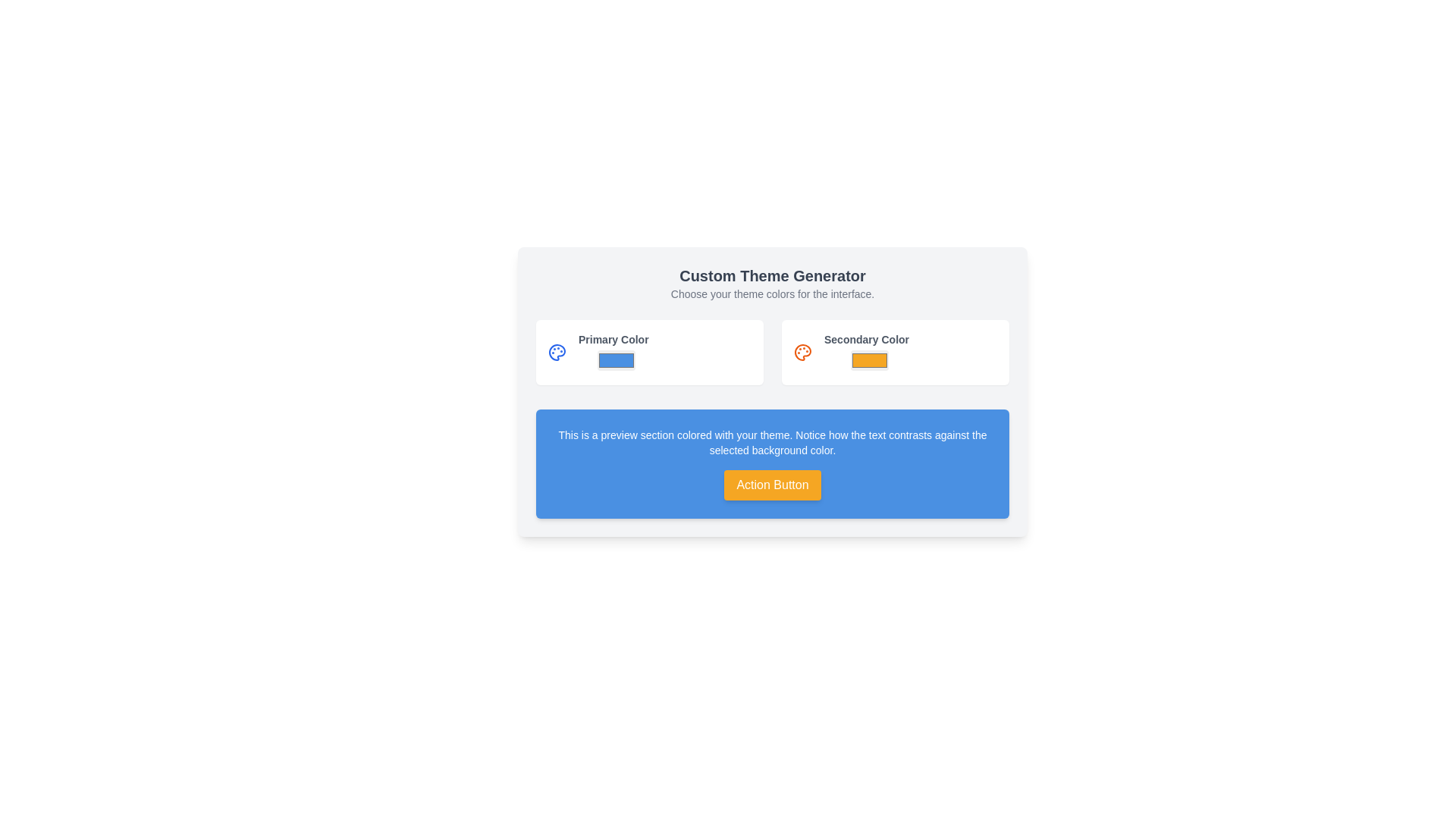 The width and height of the screenshot is (1456, 819). What do you see at coordinates (617, 360) in the screenshot?
I see `the Color Picker Button located below the 'Primary Color' label` at bounding box center [617, 360].